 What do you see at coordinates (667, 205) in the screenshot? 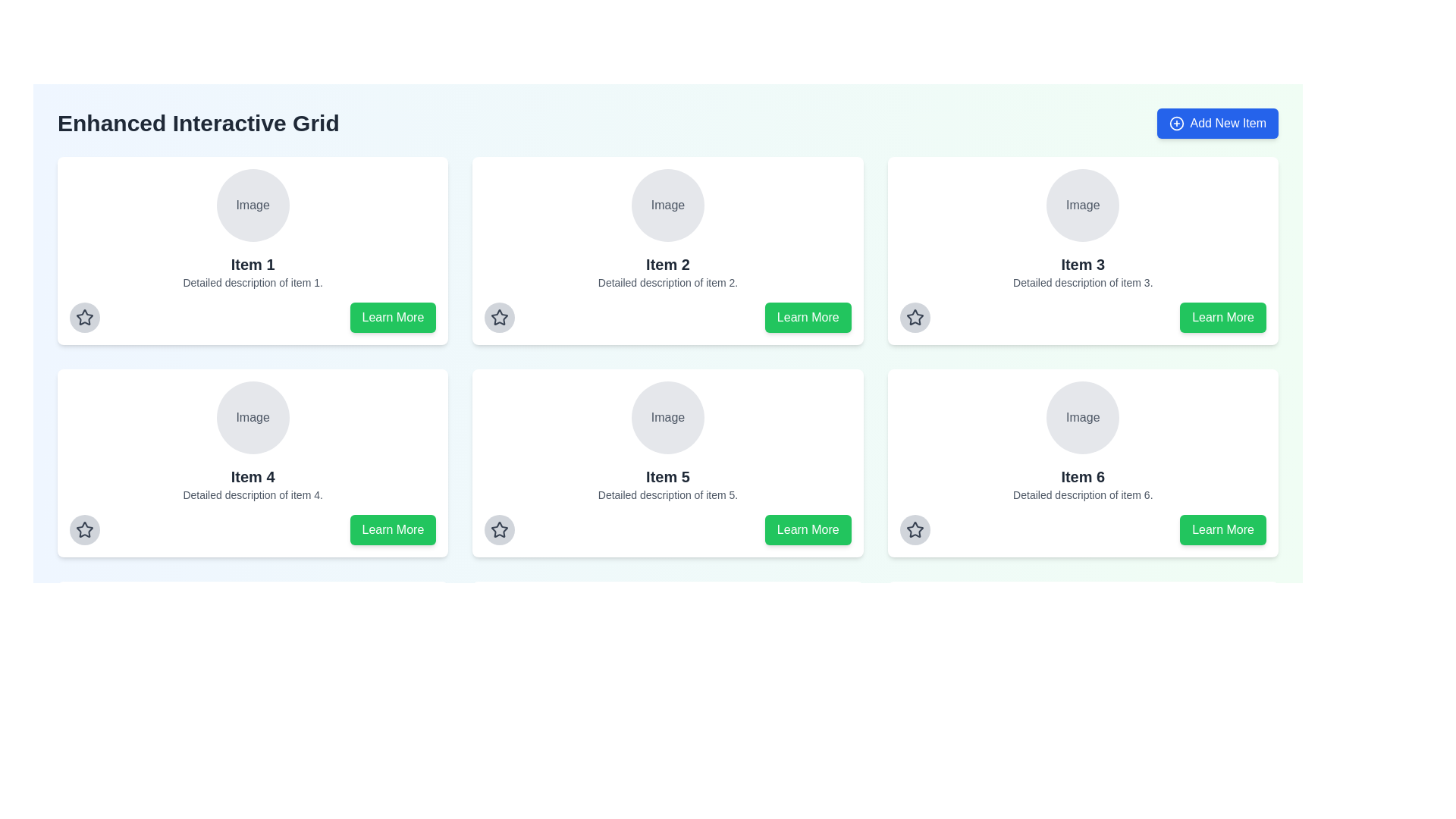
I see `the circular image placeholder labeled 'Image' with a light gray background, positioned at the top-middle section of the card labeled 'Item 2'` at bounding box center [667, 205].